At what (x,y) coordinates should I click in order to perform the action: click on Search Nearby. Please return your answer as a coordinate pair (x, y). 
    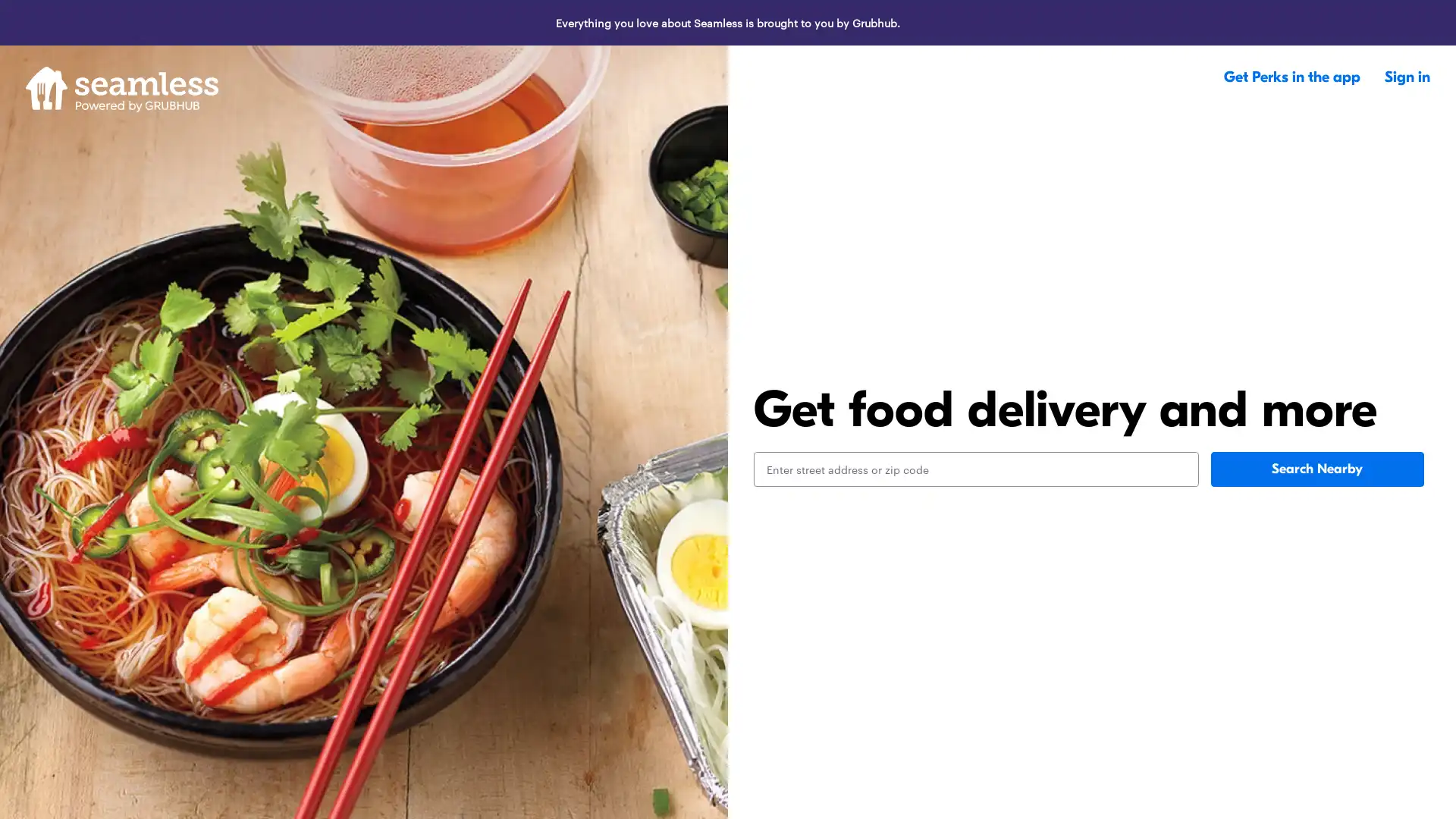
    Looking at the image, I should click on (1316, 468).